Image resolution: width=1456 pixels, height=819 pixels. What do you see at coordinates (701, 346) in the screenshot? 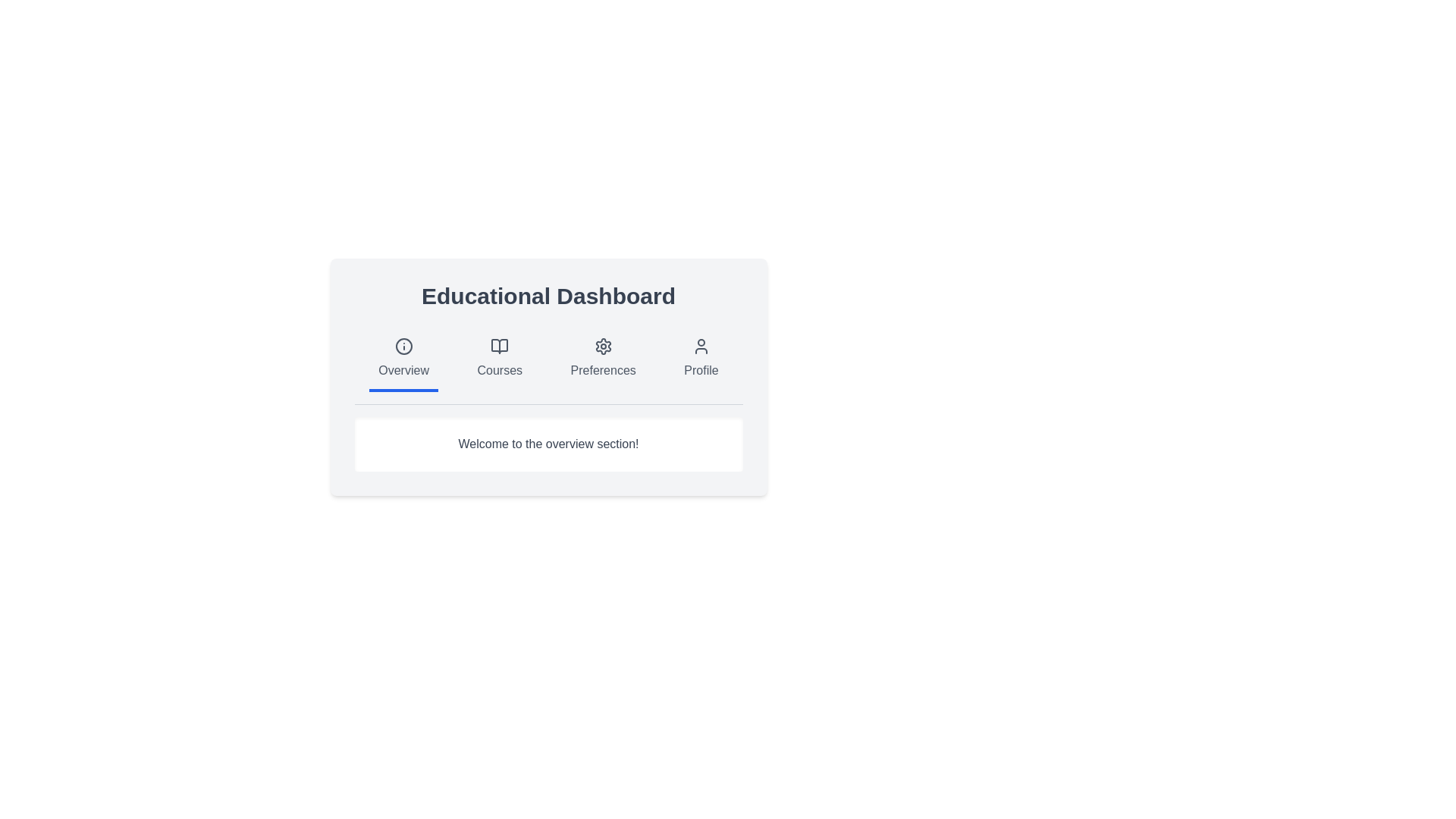
I see `the profile menu item, which is represented by a human figure icon and labeled 'Profile'` at bounding box center [701, 346].